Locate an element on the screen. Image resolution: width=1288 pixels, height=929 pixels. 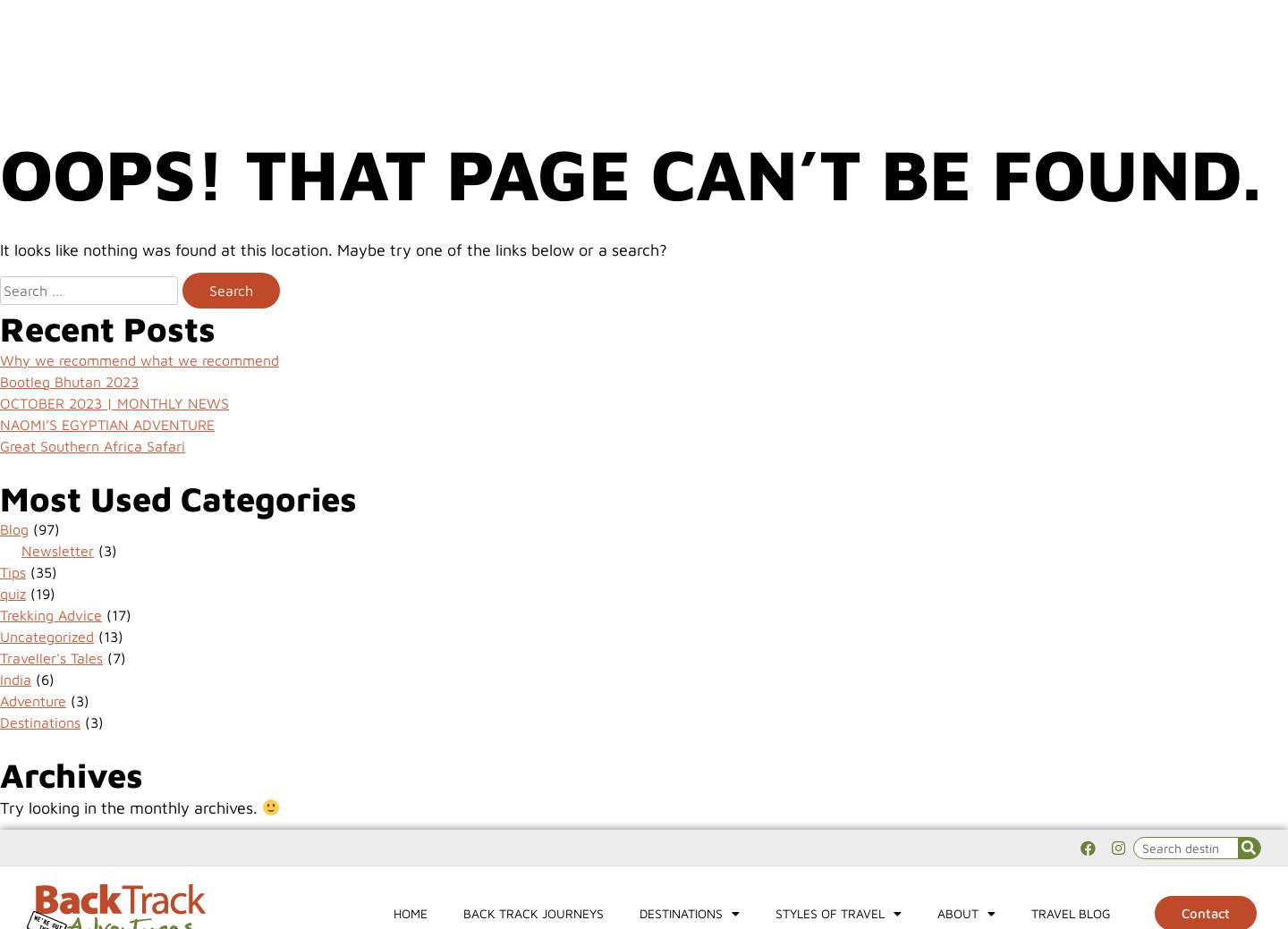
'sicily' is located at coordinates (49, 95).